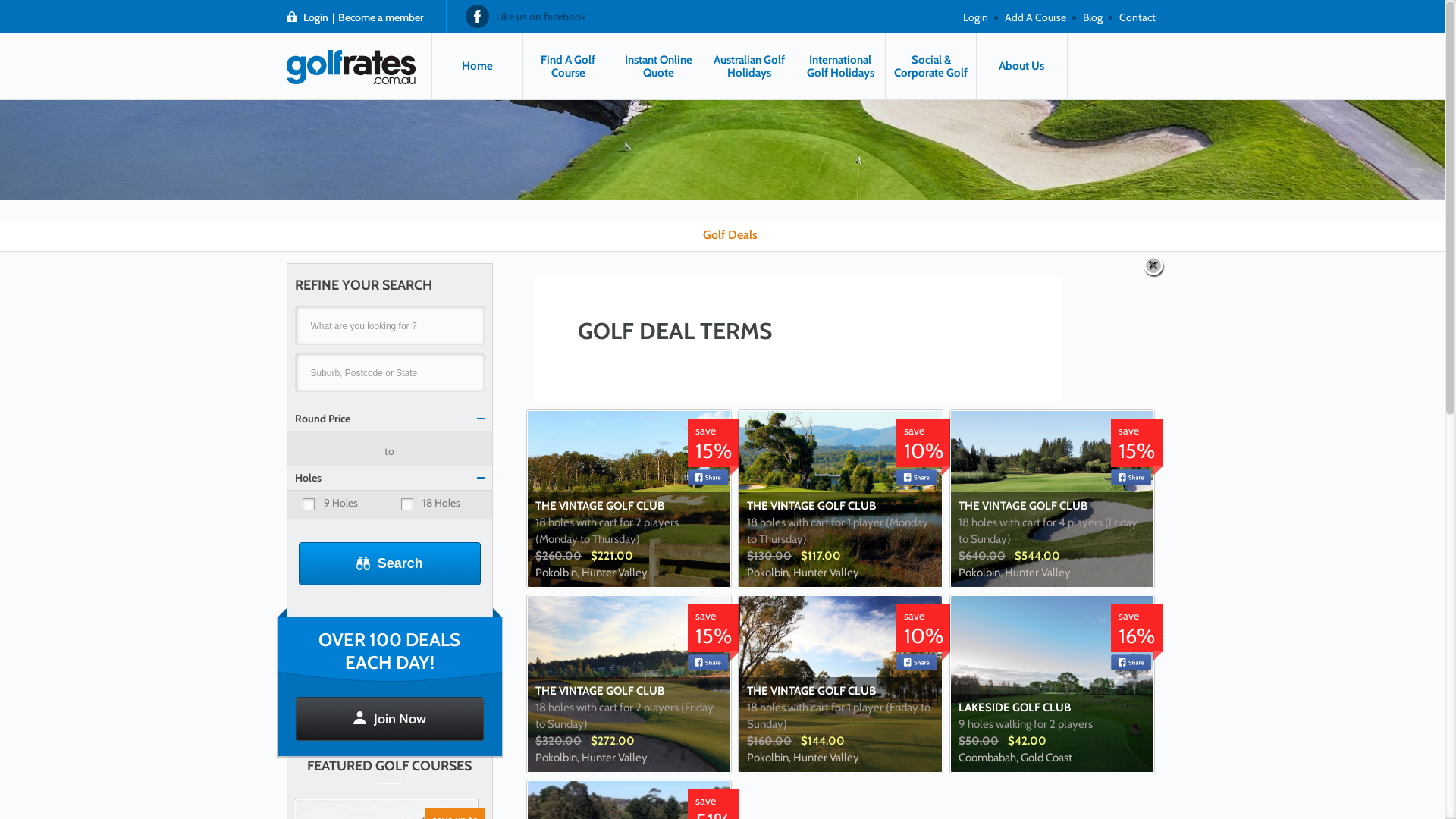  I want to click on 'save, so click(712, 446).